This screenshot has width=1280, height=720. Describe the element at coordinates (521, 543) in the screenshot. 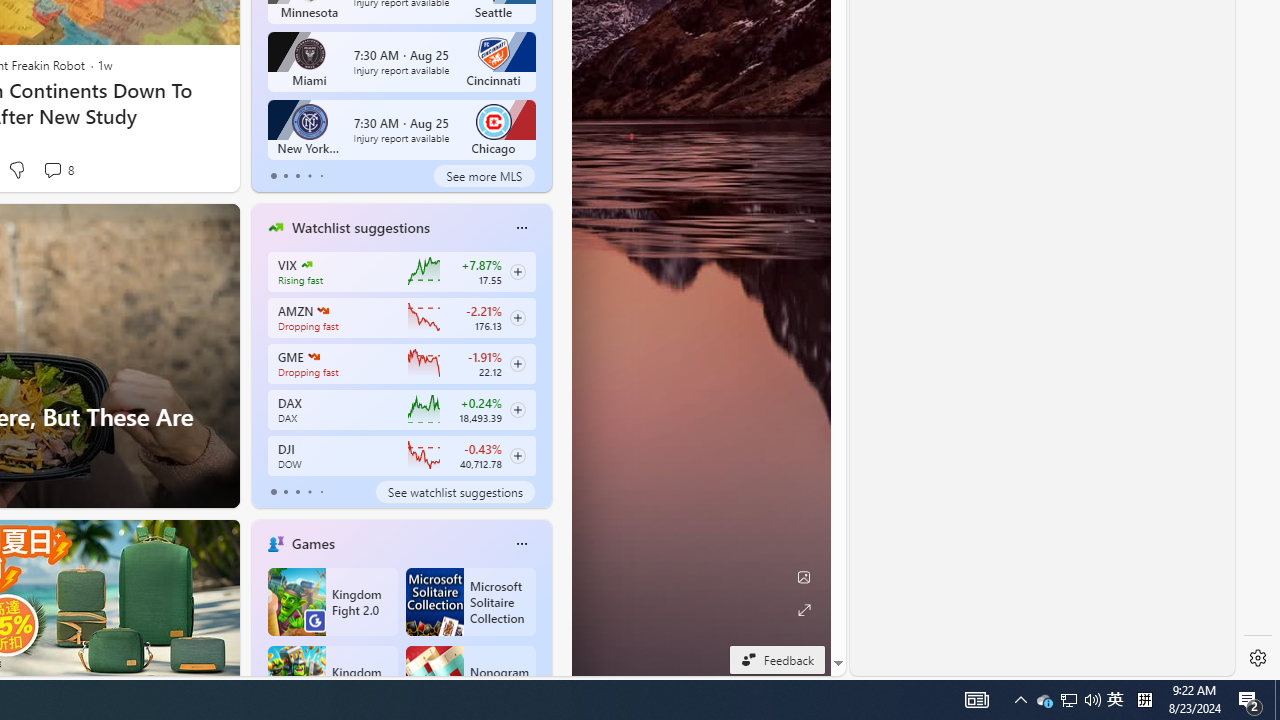

I see `'Class: icon-img'` at that location.